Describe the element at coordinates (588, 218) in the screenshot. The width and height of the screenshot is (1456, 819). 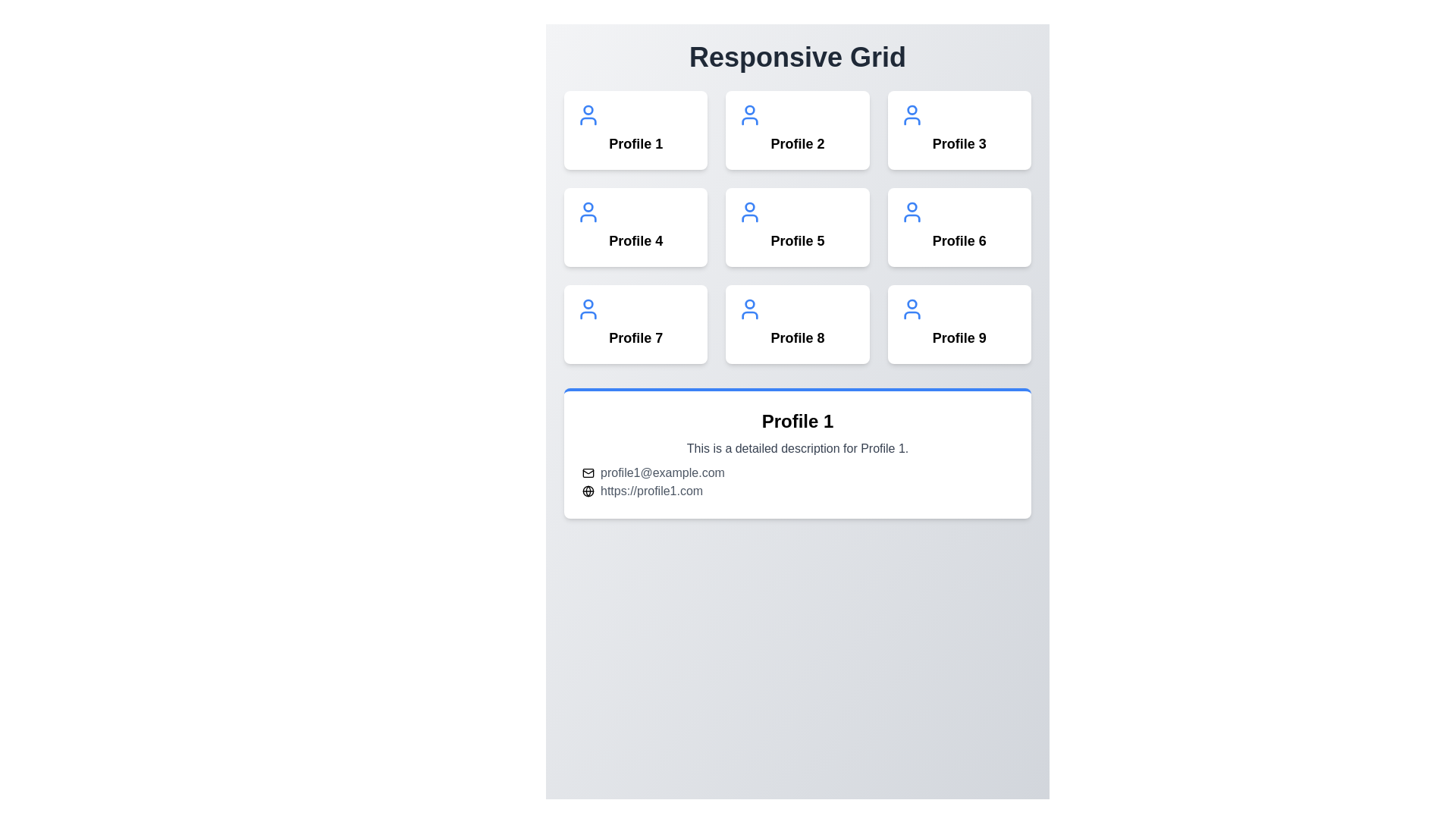
I see `the lower part of the user profile icon in the fourth profile card of the responsive grid layout` at that location.